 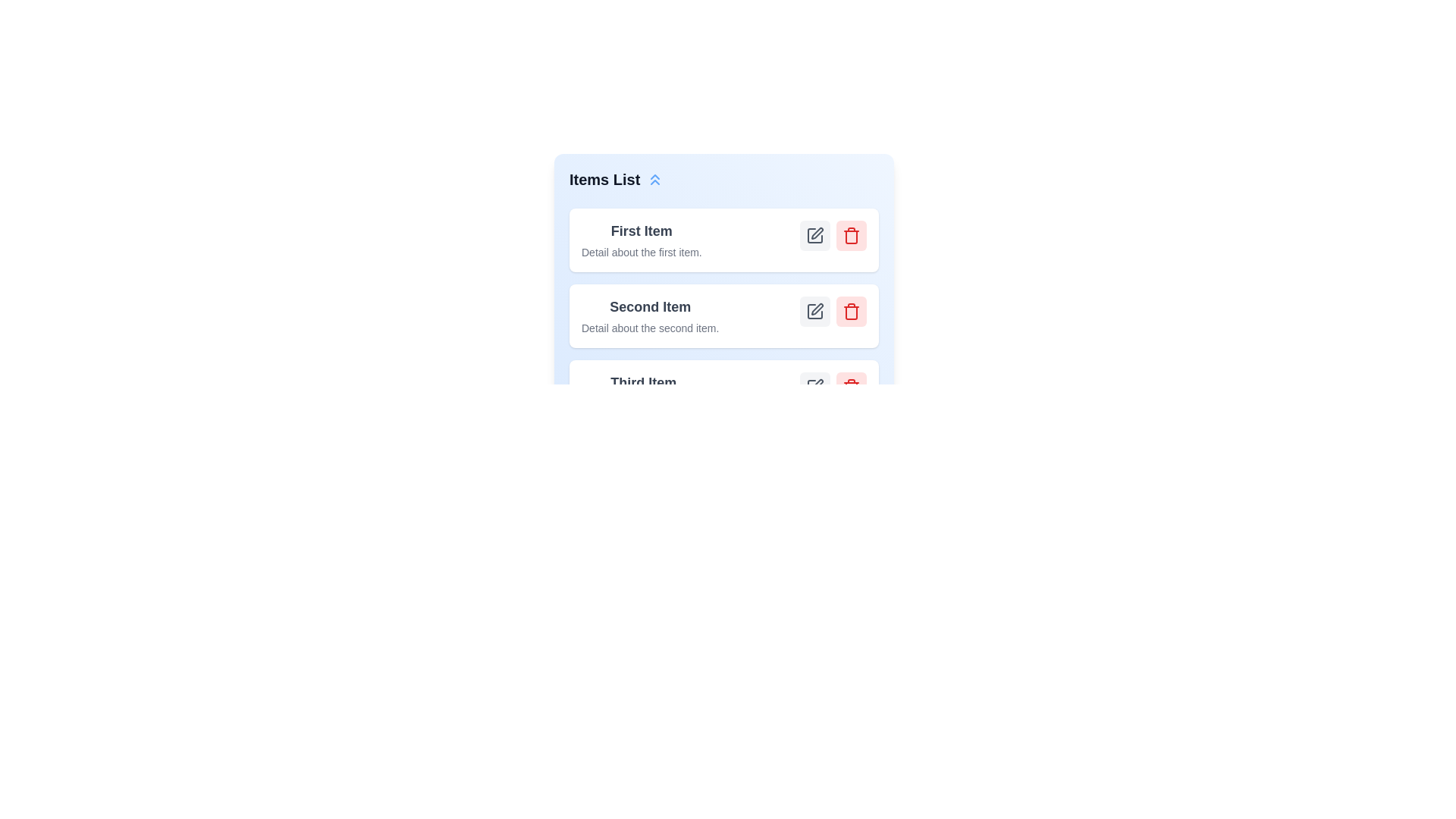 I want to click on delete button for the item with the title Second Item, so click(x=852, y=311).